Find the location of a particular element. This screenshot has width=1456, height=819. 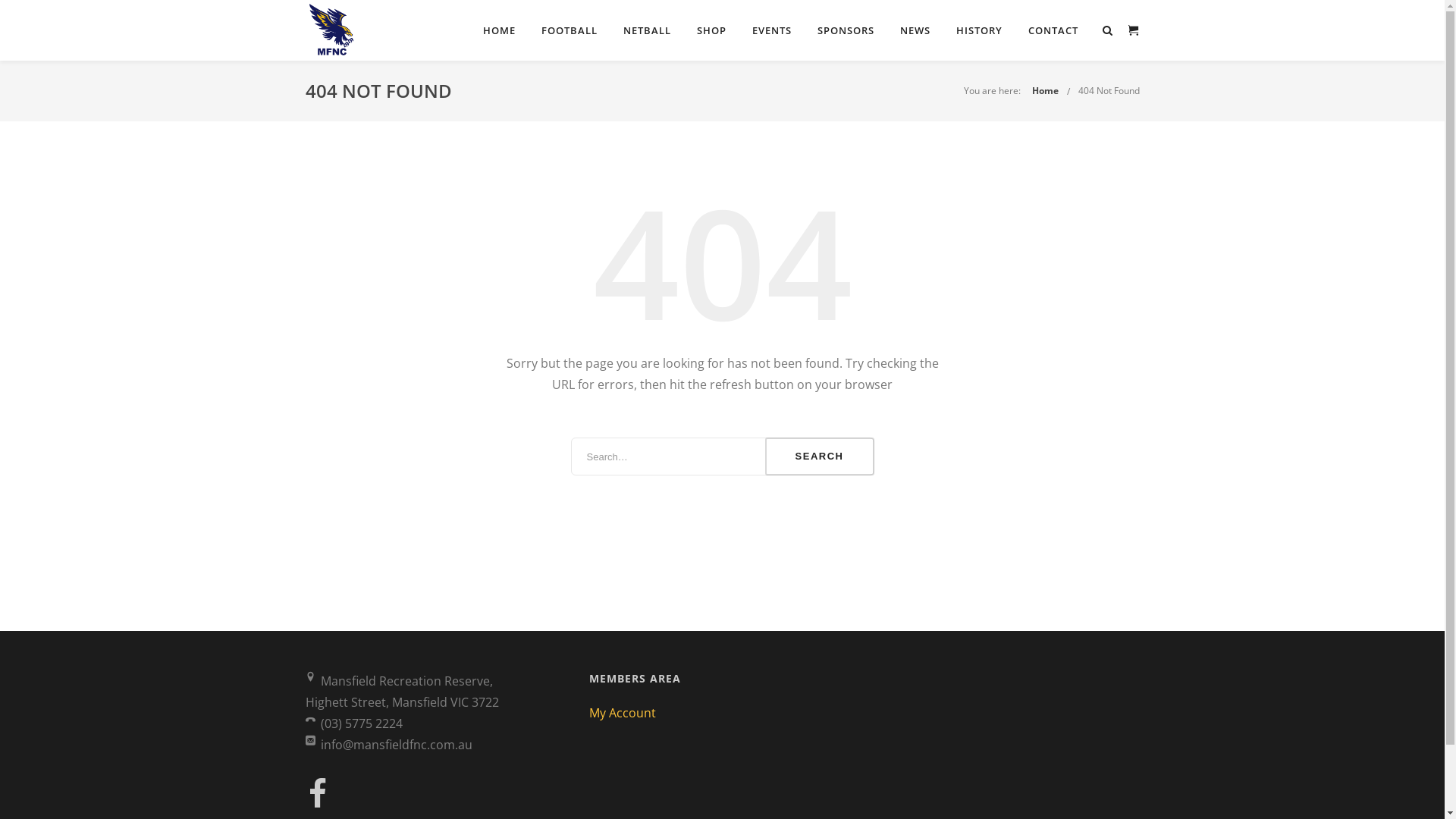

'SHOP' is located at coordinates (686, 30).